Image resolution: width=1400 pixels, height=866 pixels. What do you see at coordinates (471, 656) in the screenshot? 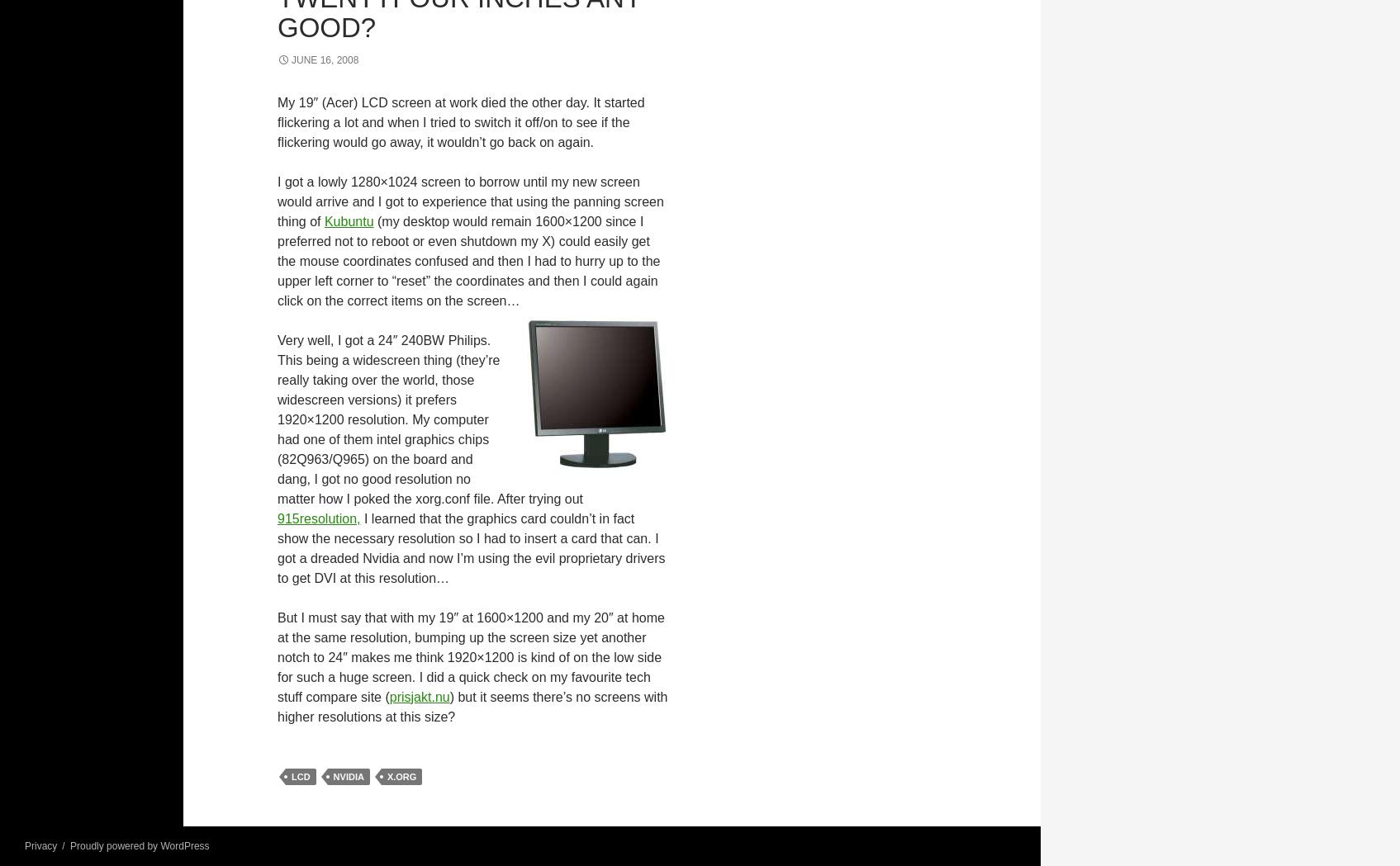
I see `'But I must say that with my 19″ at 1600×1200 and my 20″ at home at the same resolution, bumping up the screen size yet another notch to 24″ makes me think 1920×1200 is kind of on the low side for such a huge screen. I did a quick check on my favourite tech stuff compare site ('` at bounding box center [471, 656].